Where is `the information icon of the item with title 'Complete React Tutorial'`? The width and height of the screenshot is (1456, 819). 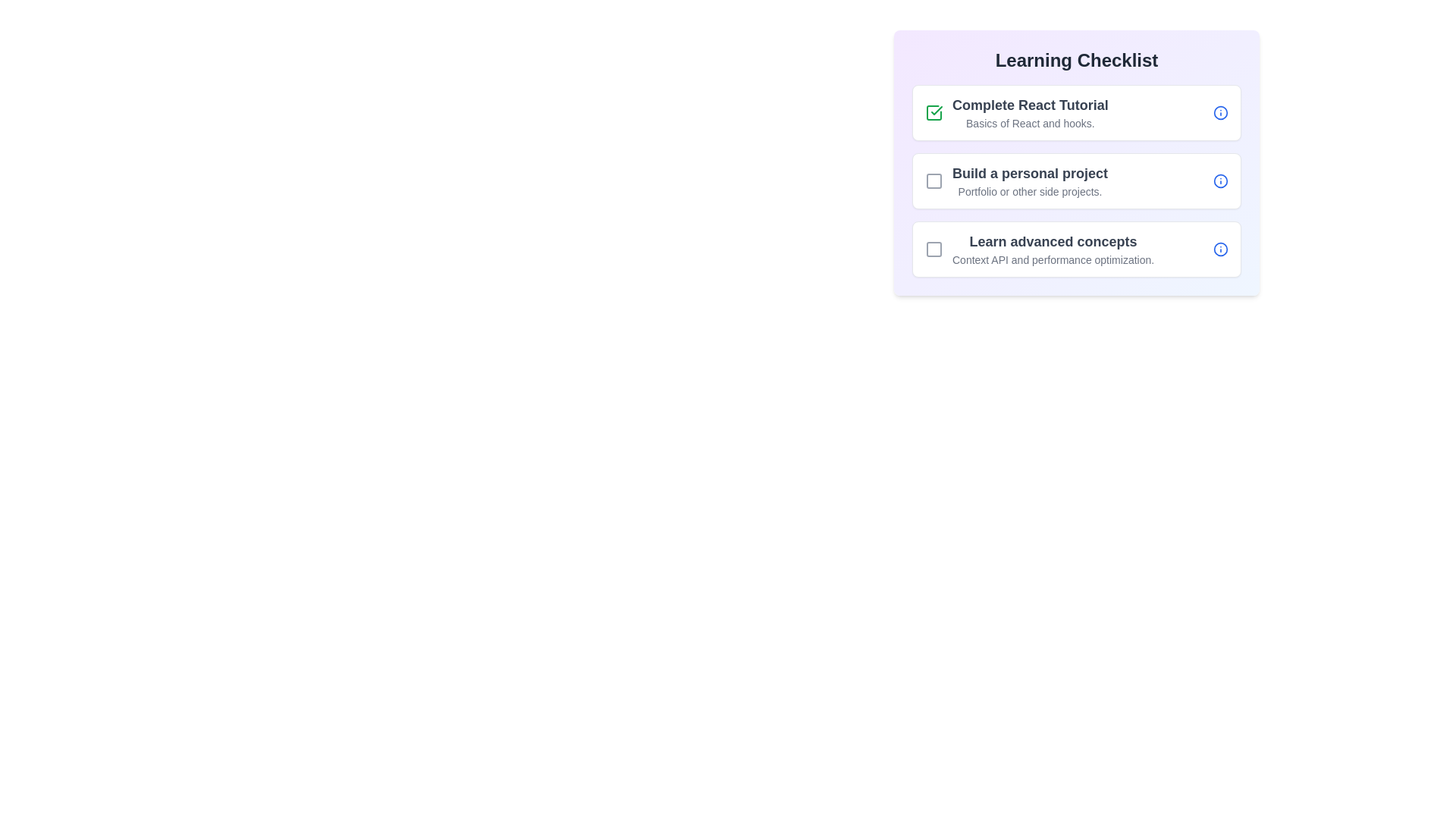 the information icon of the item with title 'Complete React Tutorial' is located at coordinates (1220, 112).